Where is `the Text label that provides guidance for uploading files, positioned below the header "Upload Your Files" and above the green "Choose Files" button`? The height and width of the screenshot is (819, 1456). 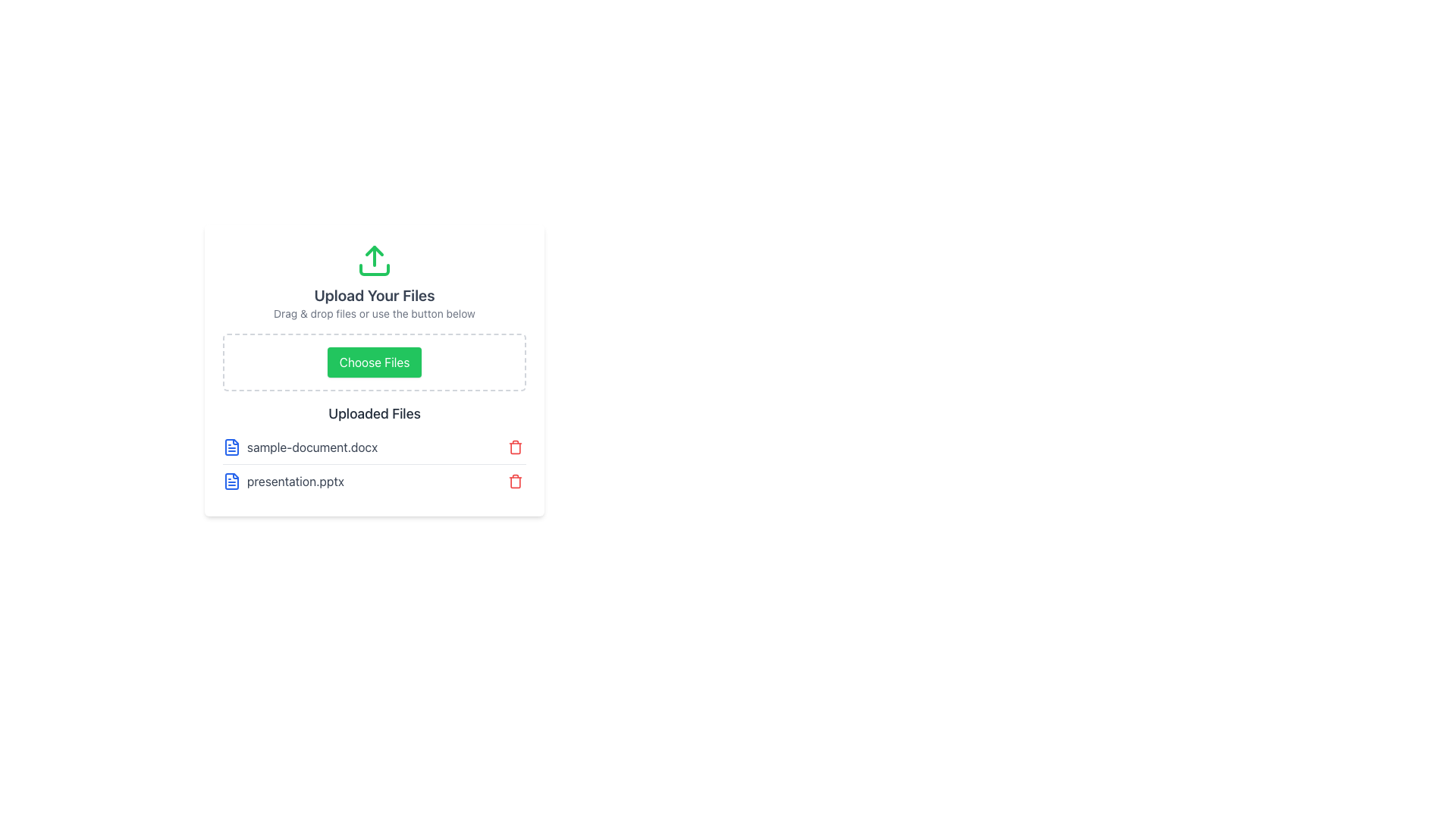 the Text label that provides guidance for uploading files, positioned below the header "Upload Your Files" and above the green "Choose Files" button is located at coordinates (375, 312).